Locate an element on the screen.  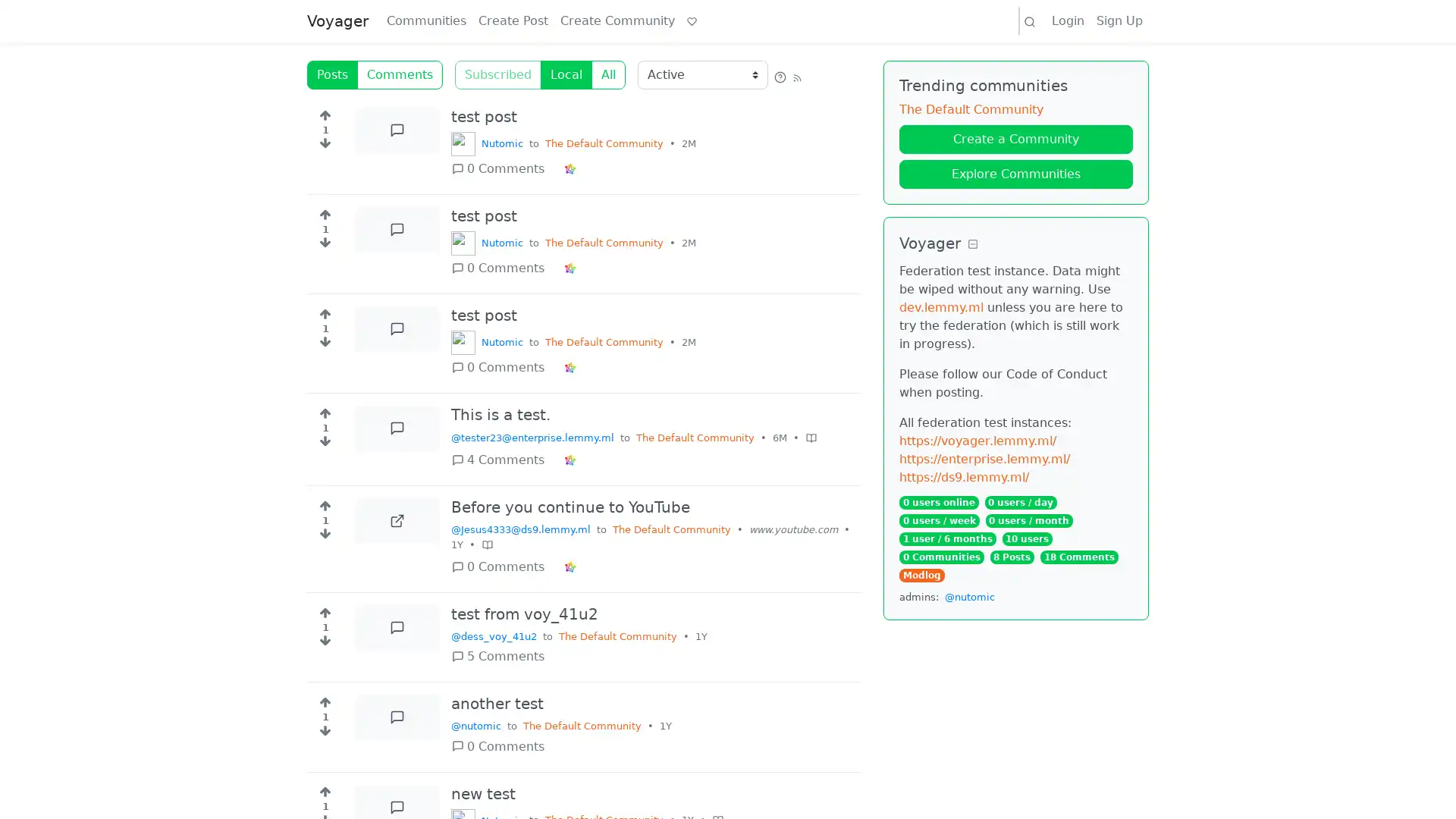
0 Comments is located at coordinates (502, 268).